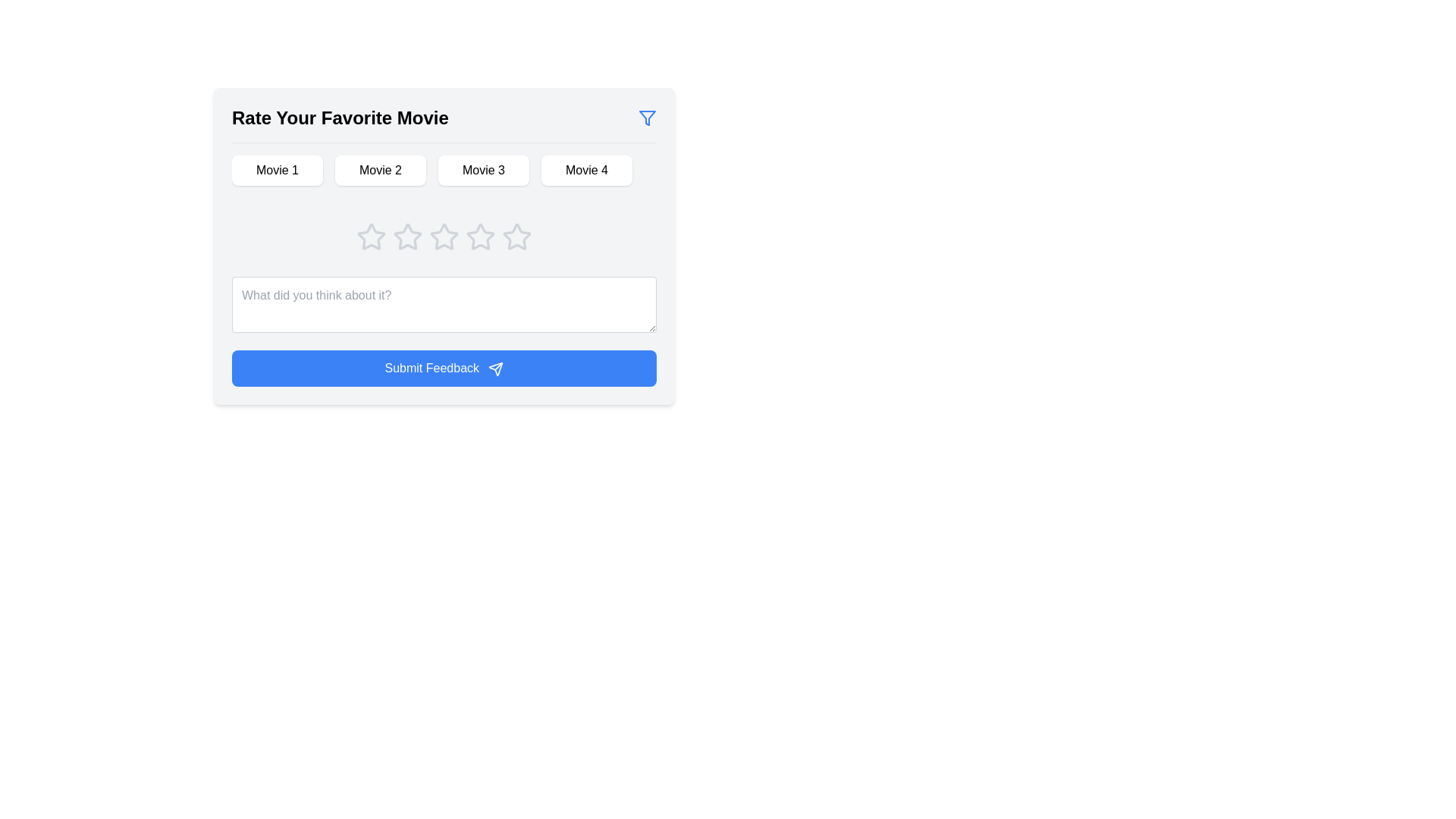 The height and width of the screenshot is (819, 1456). What do you see at coordinates (381, 170) in the screenshot?
I see `the text label indicating 'Movie 2', which is centrally positioned in a group of similar items and is used for selection or identification` at bounding box center [381, 170].